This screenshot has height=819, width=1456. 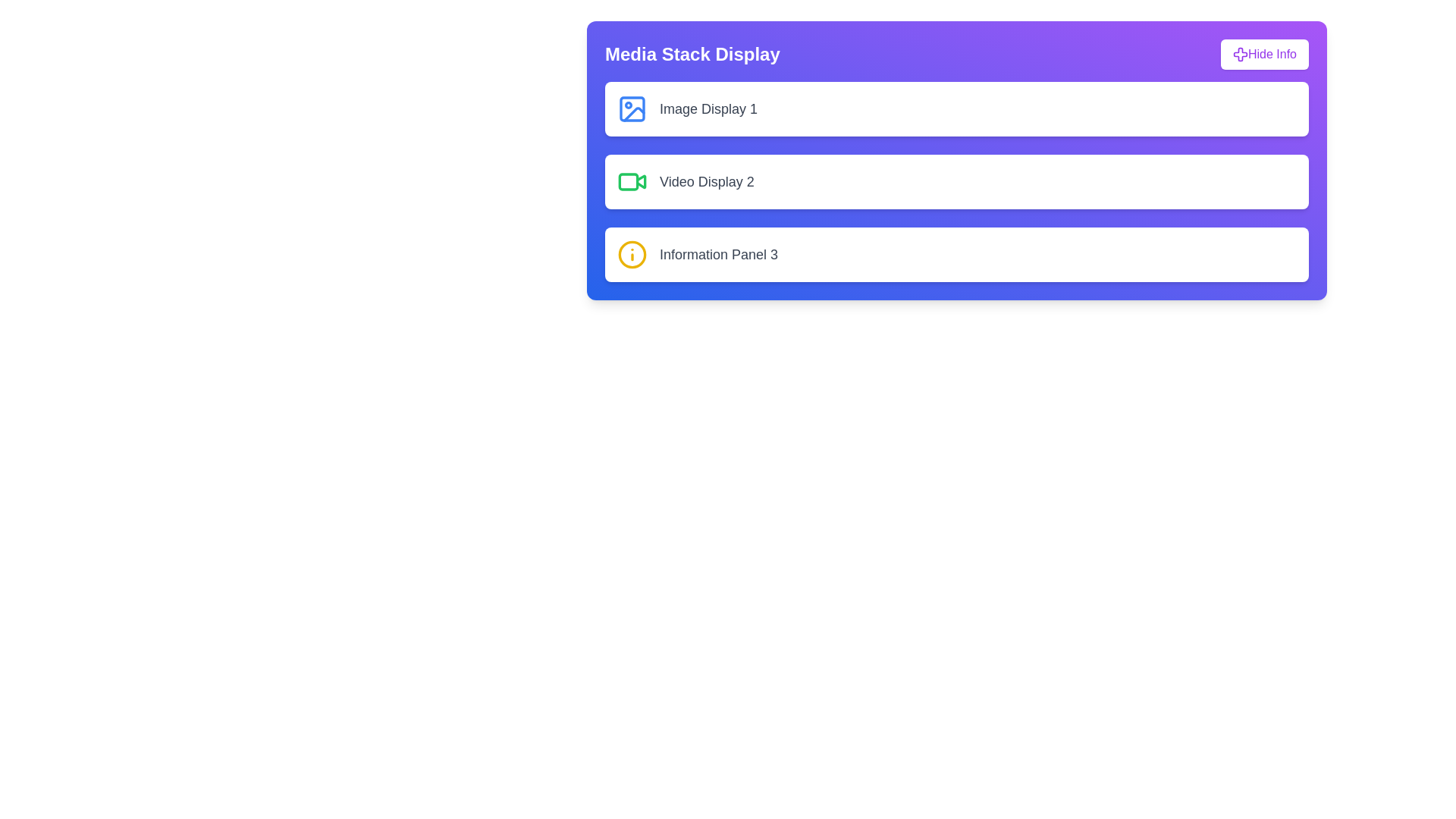 What do you see at coordinates (632, 253) in the screenshot?
I see `the yellow outlined circle inside the information icon of 'Information Panel 3', which is located on the leftmost side of the third entry in the vertical stack under 'Media Stack Display'` at bounding box center [632, 253].